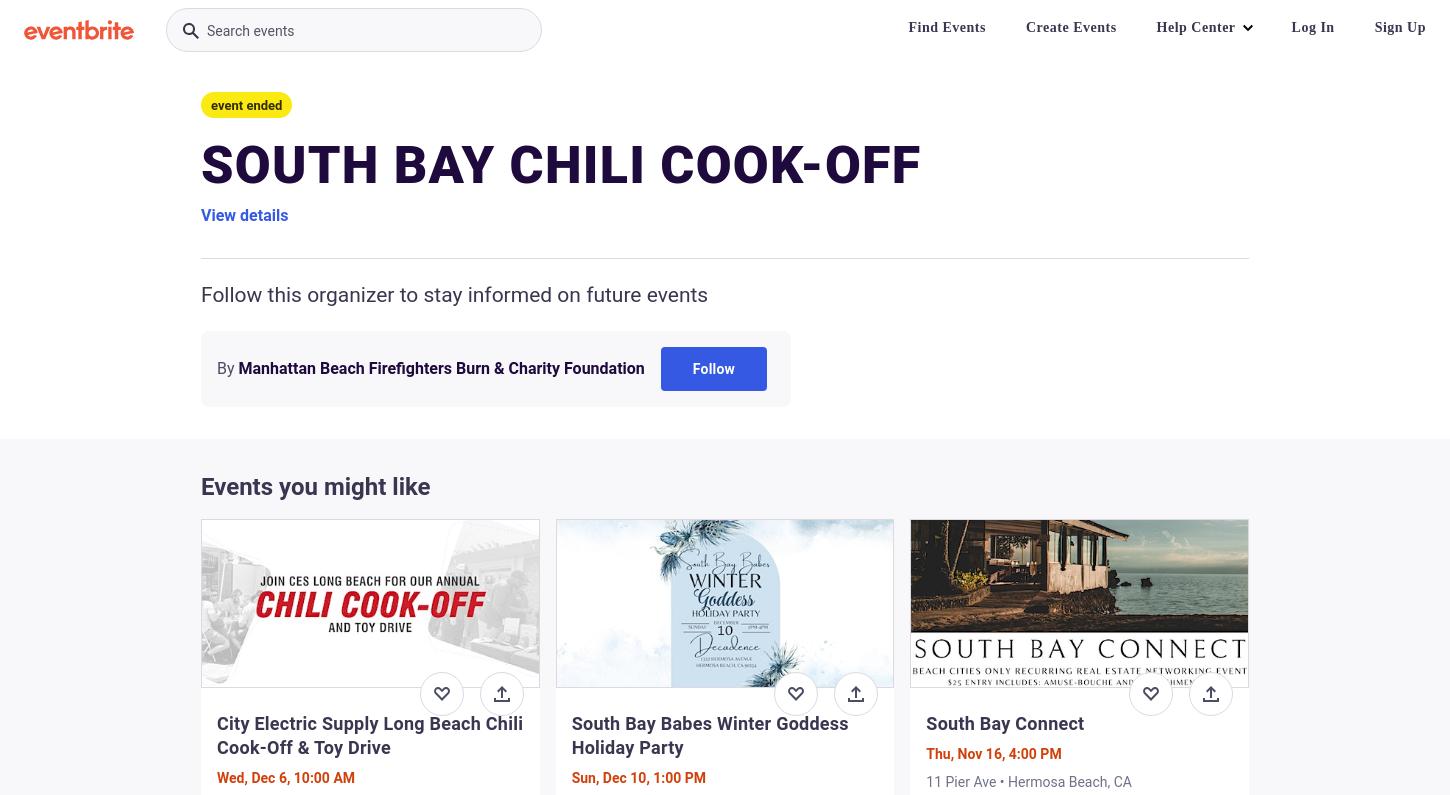  What do you see at coordinates (945, 26) in the screenshot?
I see `'Find Events'` at bounding box center [945, 26].